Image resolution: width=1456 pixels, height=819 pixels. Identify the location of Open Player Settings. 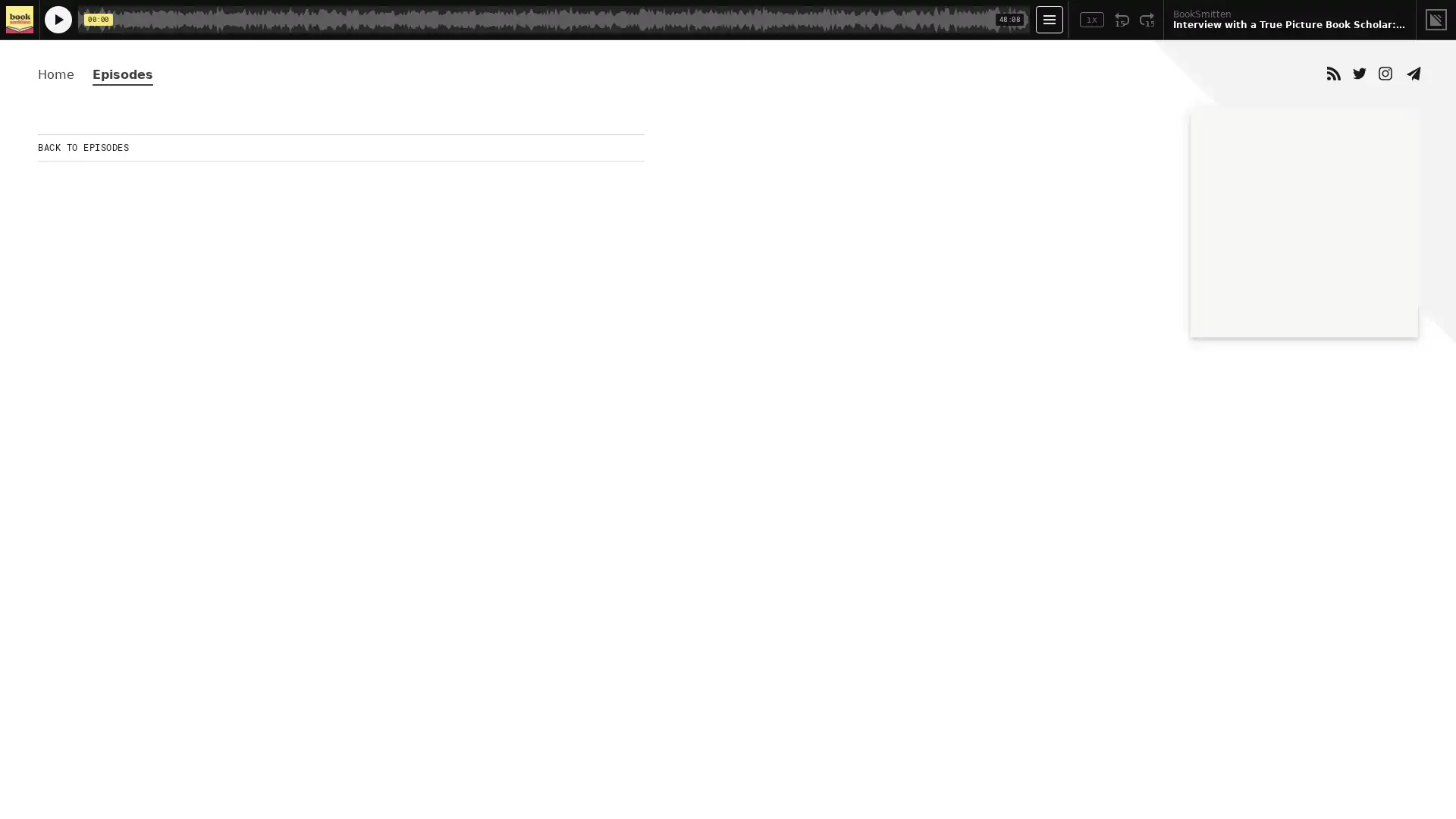
(1048, 20).